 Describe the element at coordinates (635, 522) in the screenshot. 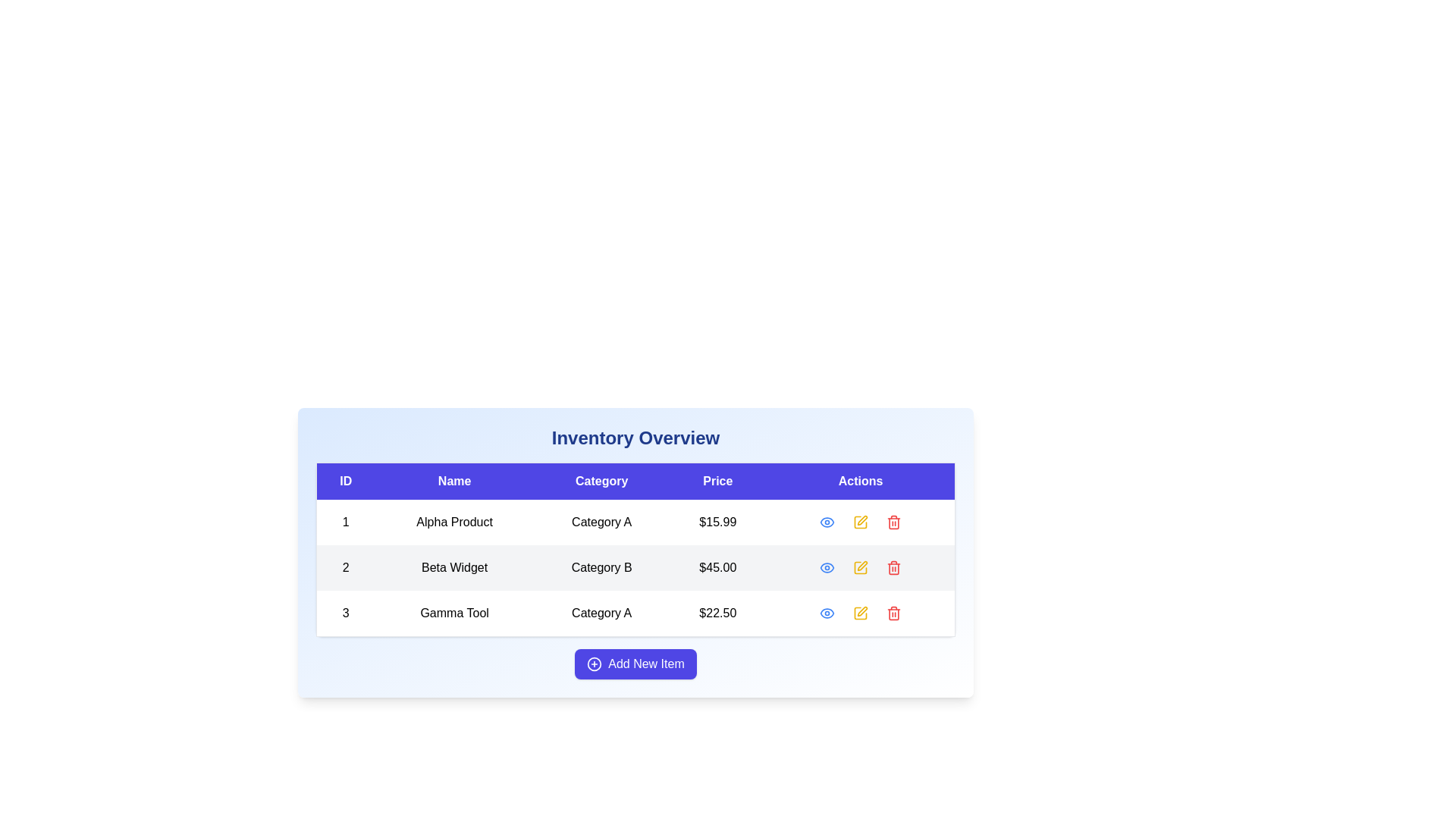

I see `the first row in the 'Inventory Overview' table displaying product ID '1', product name 'Alpha Product', category 'Category A', and price '$15.99'` at that location.